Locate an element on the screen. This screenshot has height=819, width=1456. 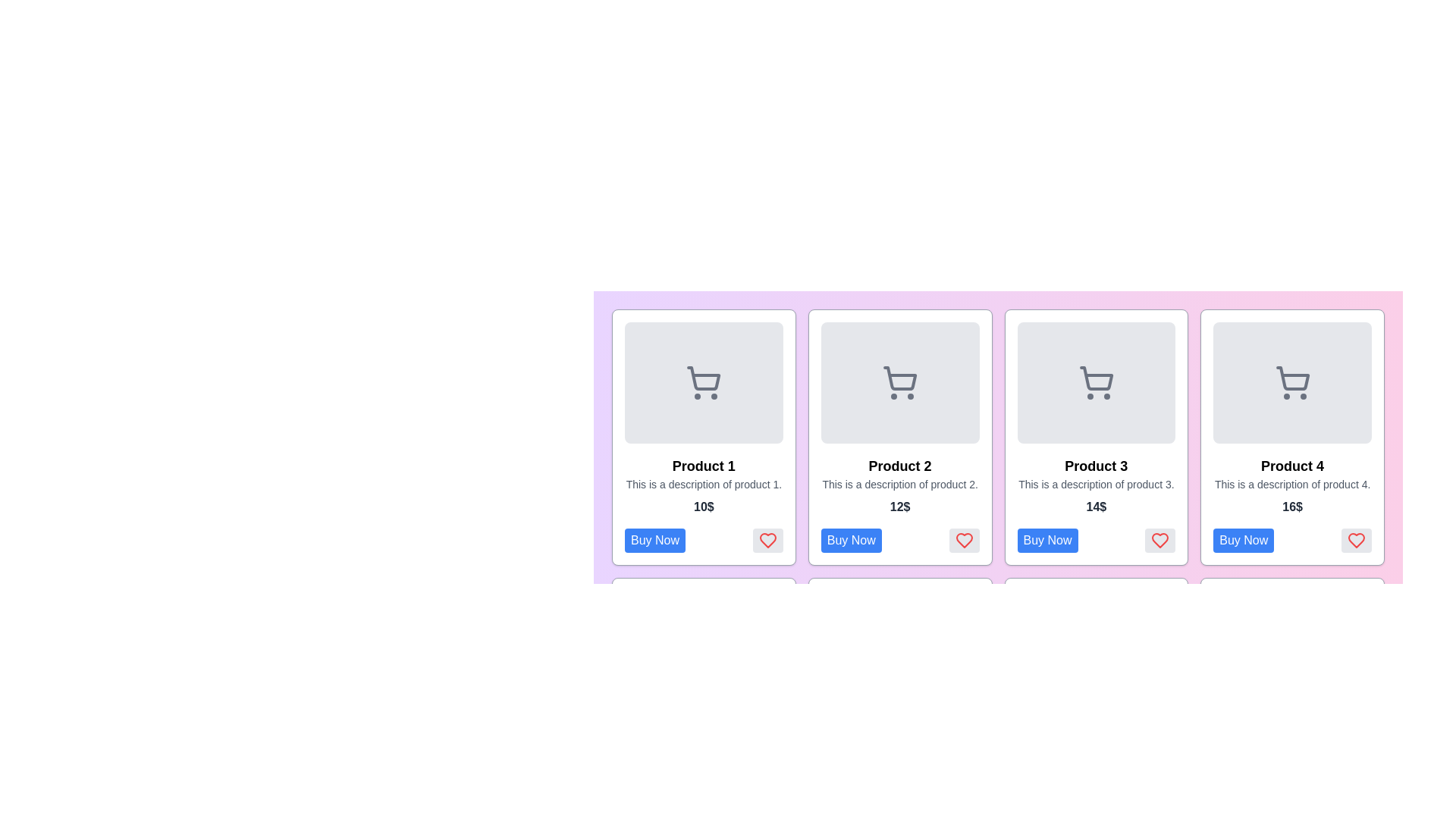
the 'Buy Now' button with a blue background and white text, located within the fourth product card, to initiate purchase is located at coordinates (1244, 540).